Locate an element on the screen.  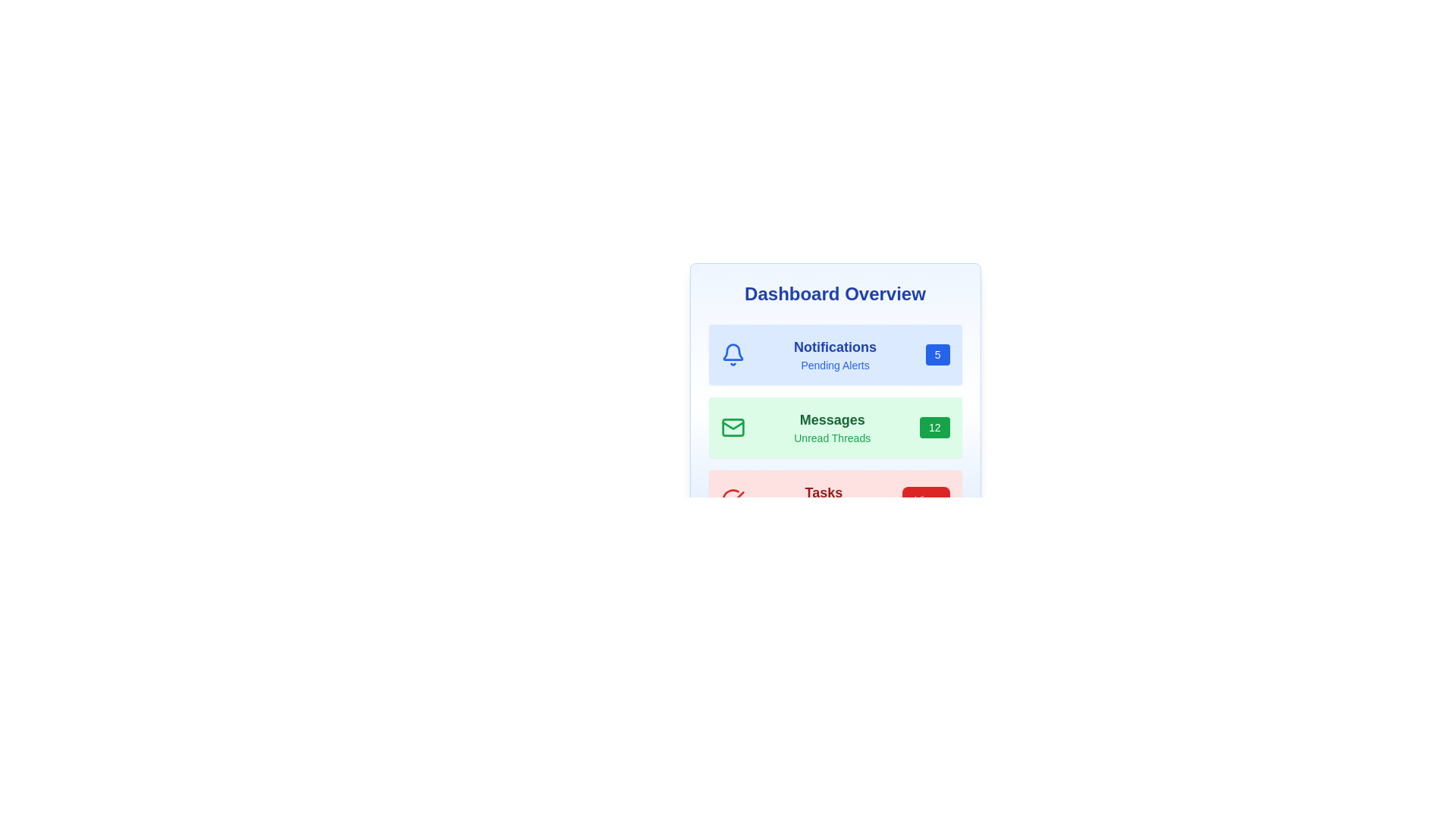
the text label that serves as a header for the 'Messages' section, located above the 'Unread Threads' text block in the 'Dashboard Overview' is located at coordinates (831, 420).